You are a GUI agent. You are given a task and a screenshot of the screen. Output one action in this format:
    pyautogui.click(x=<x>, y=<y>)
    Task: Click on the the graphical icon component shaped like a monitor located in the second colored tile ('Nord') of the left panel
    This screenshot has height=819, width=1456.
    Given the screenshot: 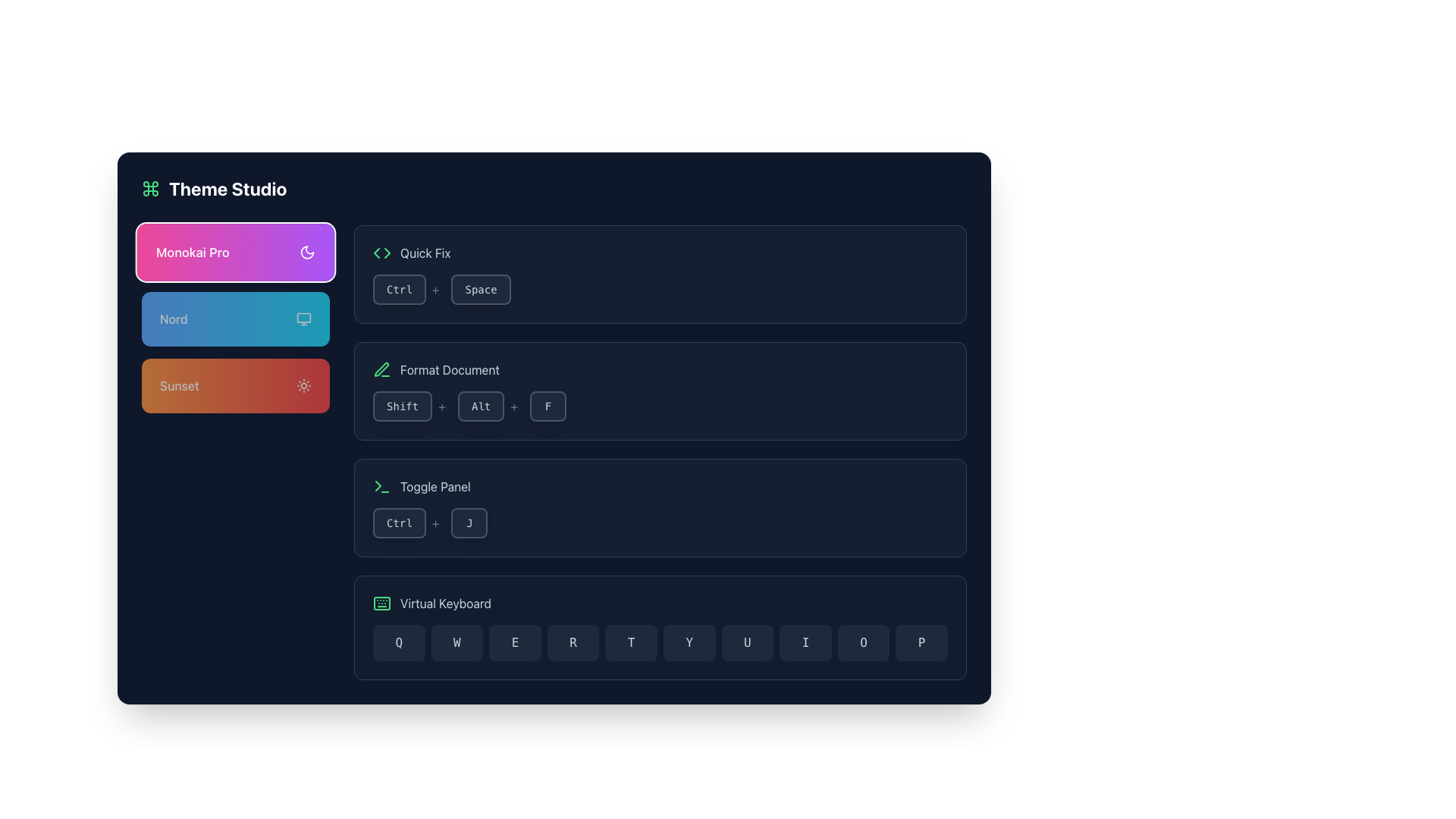 What is the action you would take?
    pyautogui.click(x=303, y=317)
    